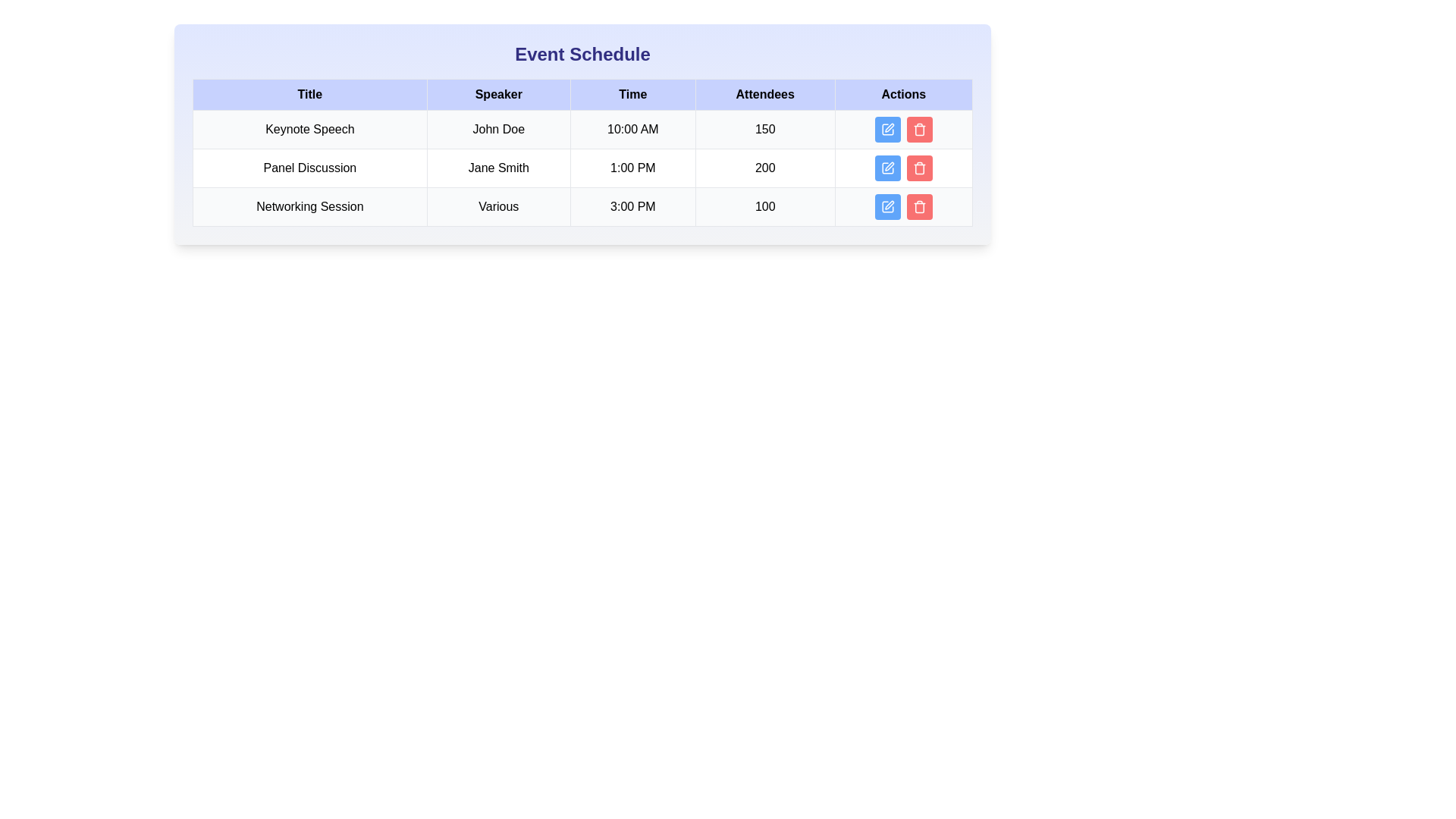  Describe the element at coordinates (918, 128) in the screenshot. I see `delete button for the event titled Keynote Speech` at that location.